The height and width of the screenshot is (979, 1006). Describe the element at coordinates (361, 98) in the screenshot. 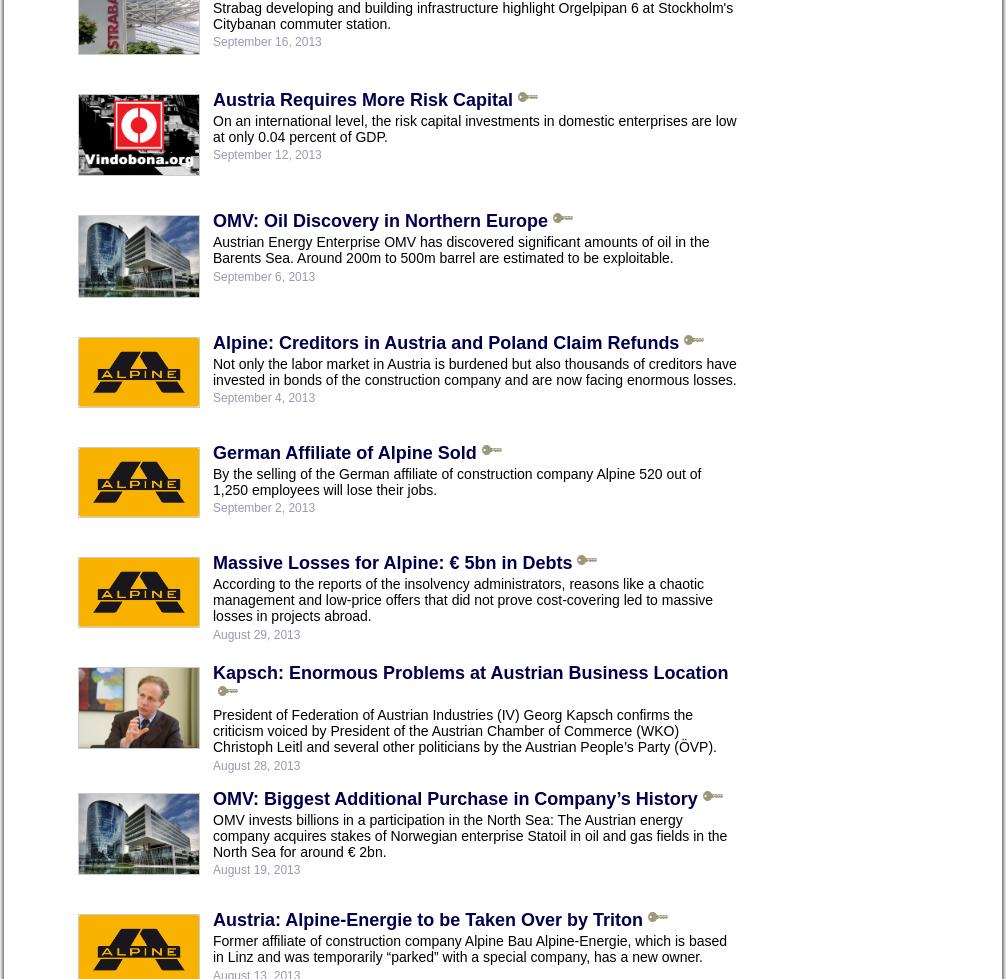

I see `'Austria Requires More Risk Capital'` at that location.